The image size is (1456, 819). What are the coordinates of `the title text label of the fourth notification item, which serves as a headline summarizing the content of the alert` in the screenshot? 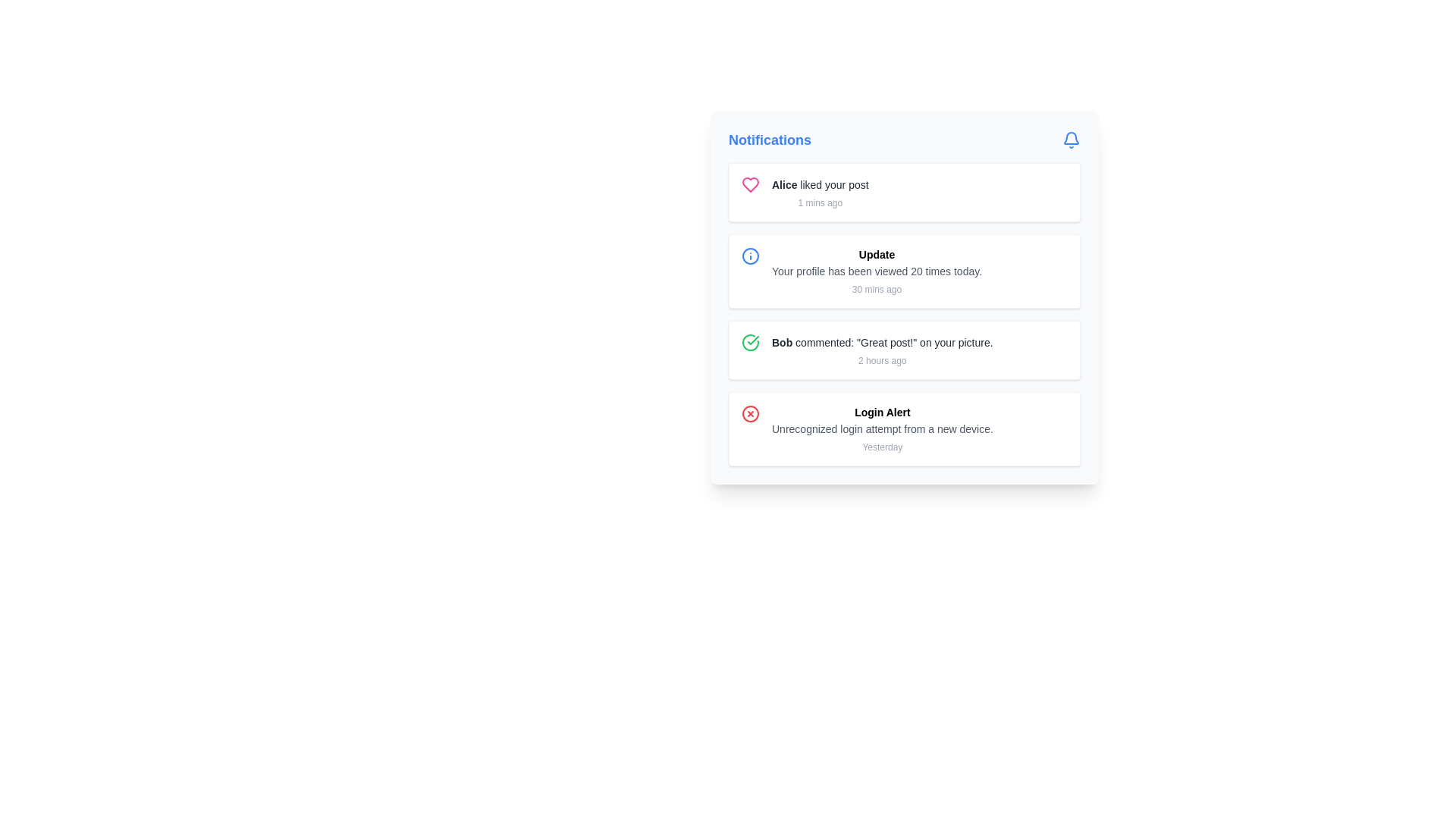 It's located at (882, 412).